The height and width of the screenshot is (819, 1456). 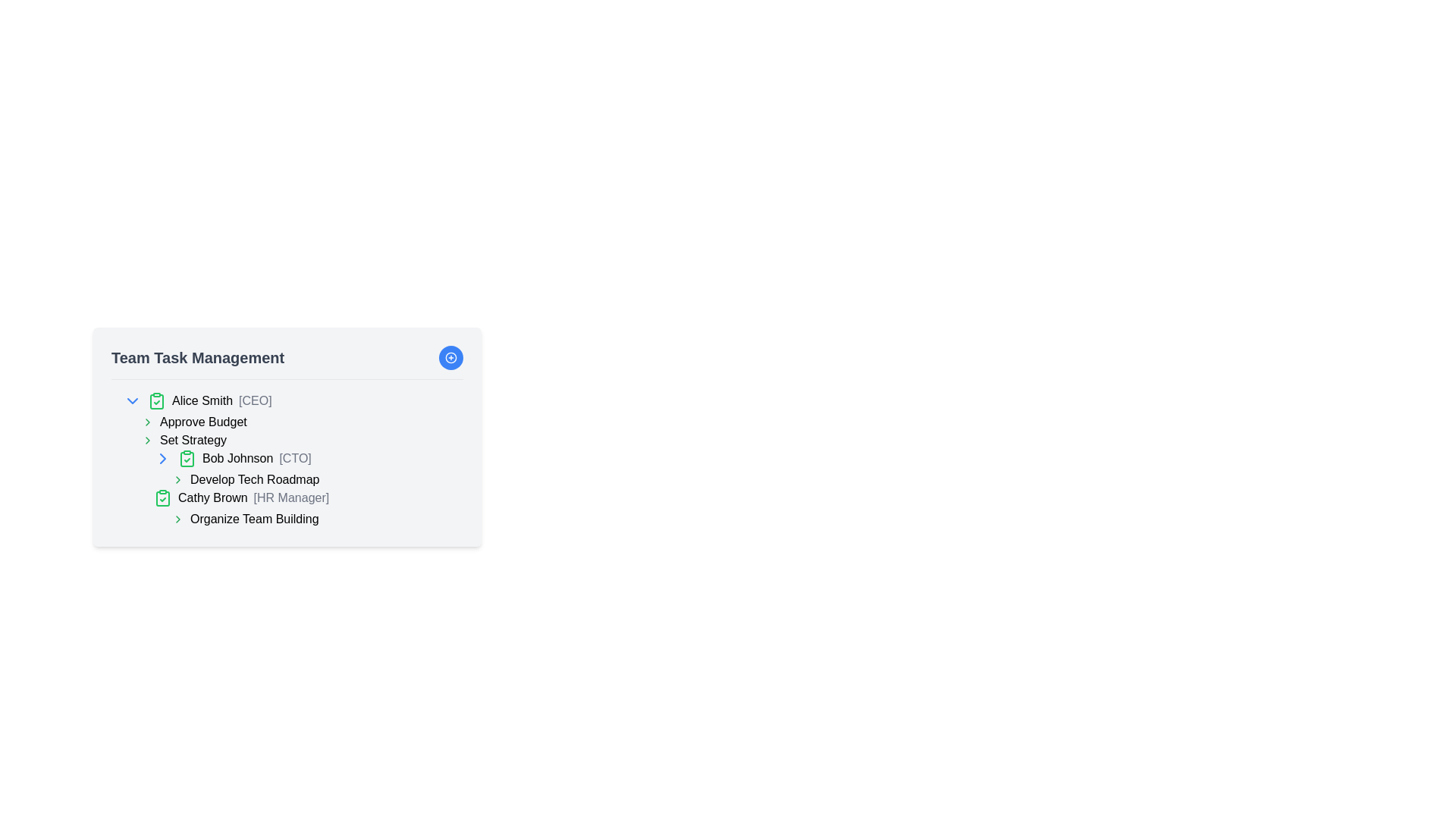 What do you see at coordinates (163, 458) in the screenshot?
I see `the right-chevron icon beside 'Bob Johnson [CTO]' in the 'Team Task Management' section for navigational purposes` at bounding box center [163, 458].